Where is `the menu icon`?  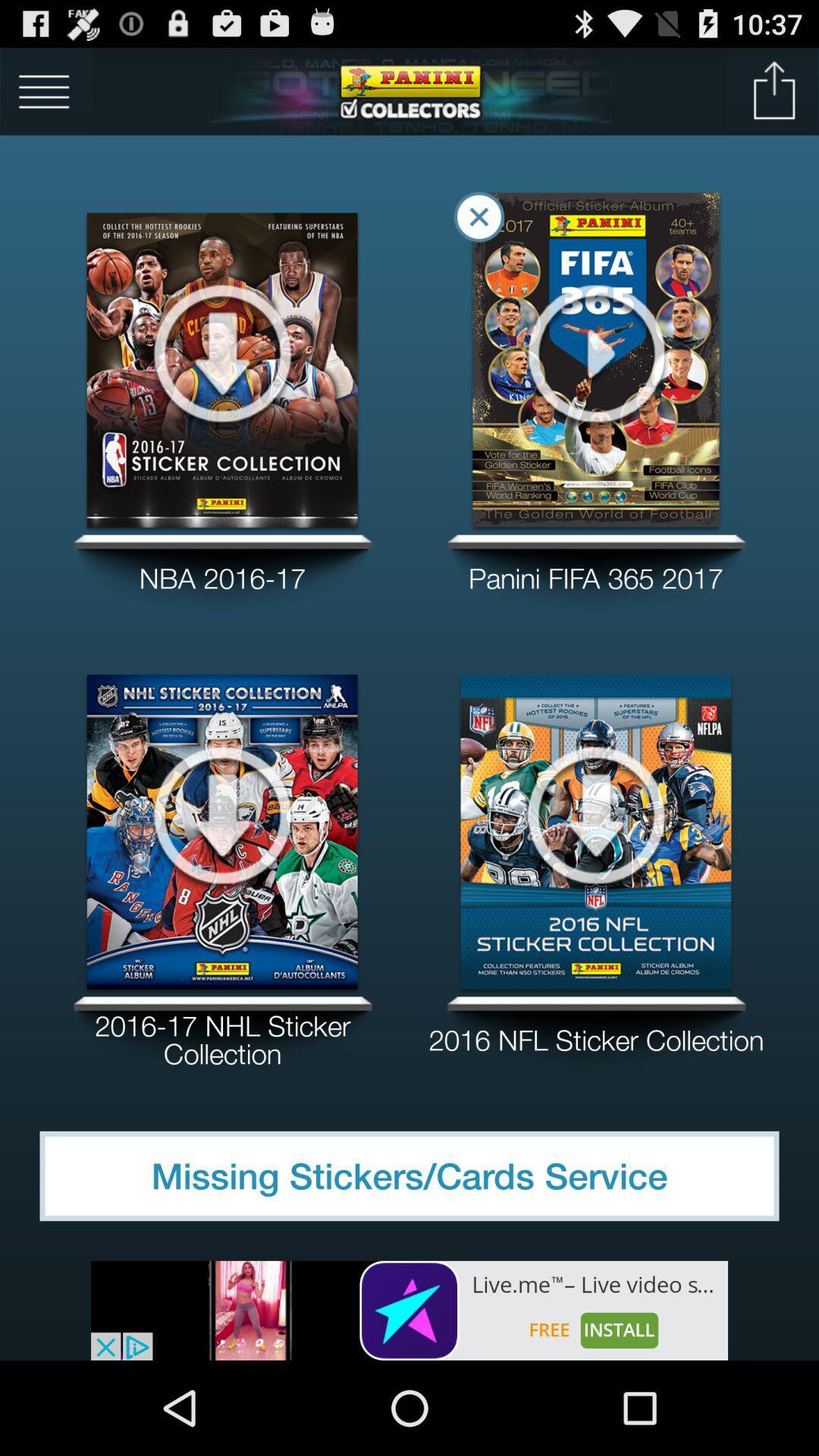 the menu icon is located at coordinates (43, 96).